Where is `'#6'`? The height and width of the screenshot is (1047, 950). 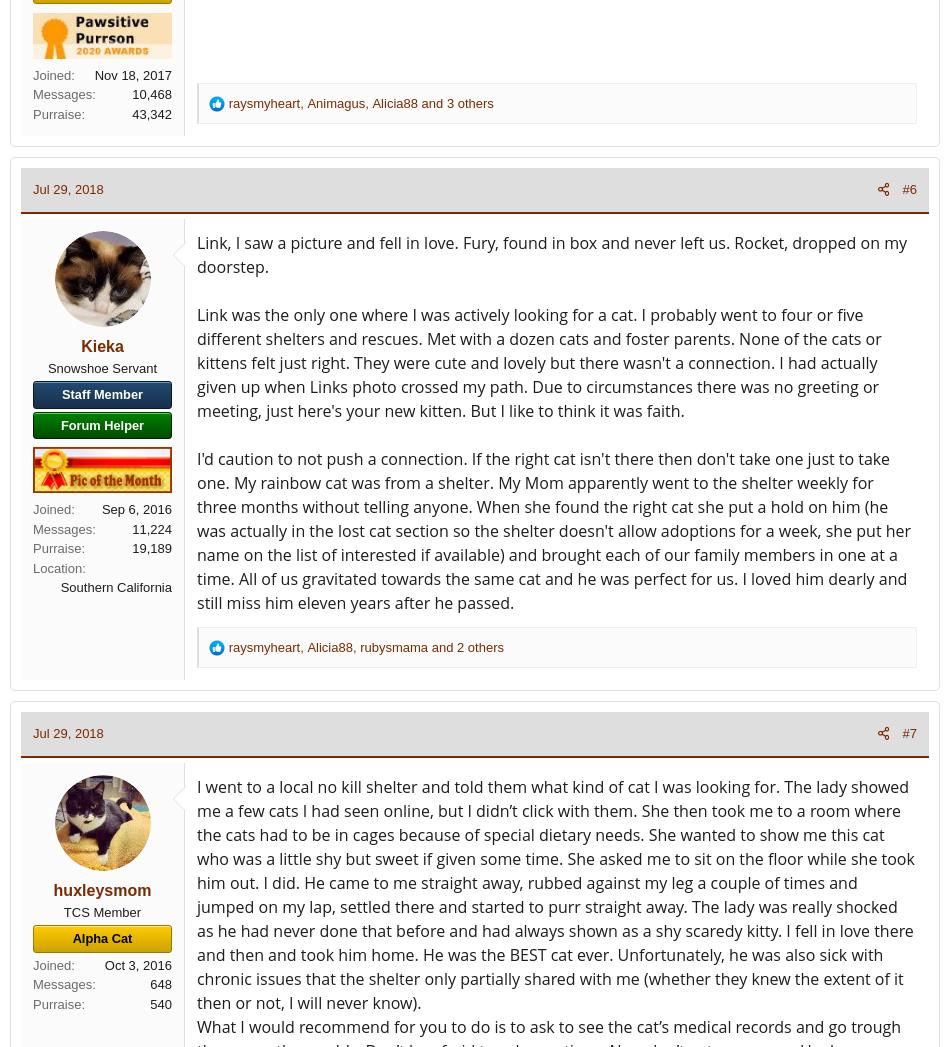 '#6' is located at coordinates (908, 189).